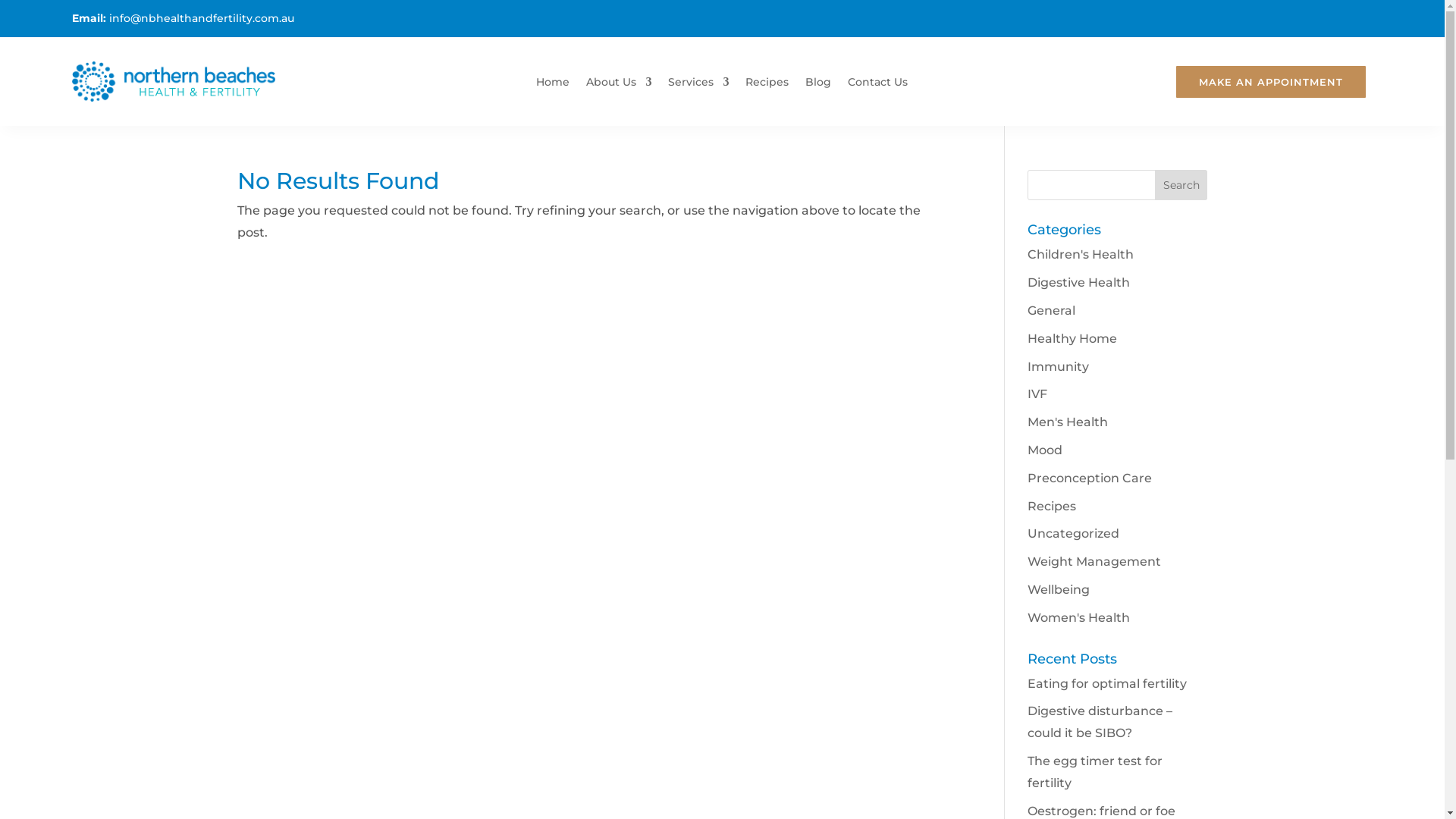 This screenshot has height=819, width=1456. Describe the element at coordinates (1027, 366) in the screenshot. I see `'Immunity'` at that location.